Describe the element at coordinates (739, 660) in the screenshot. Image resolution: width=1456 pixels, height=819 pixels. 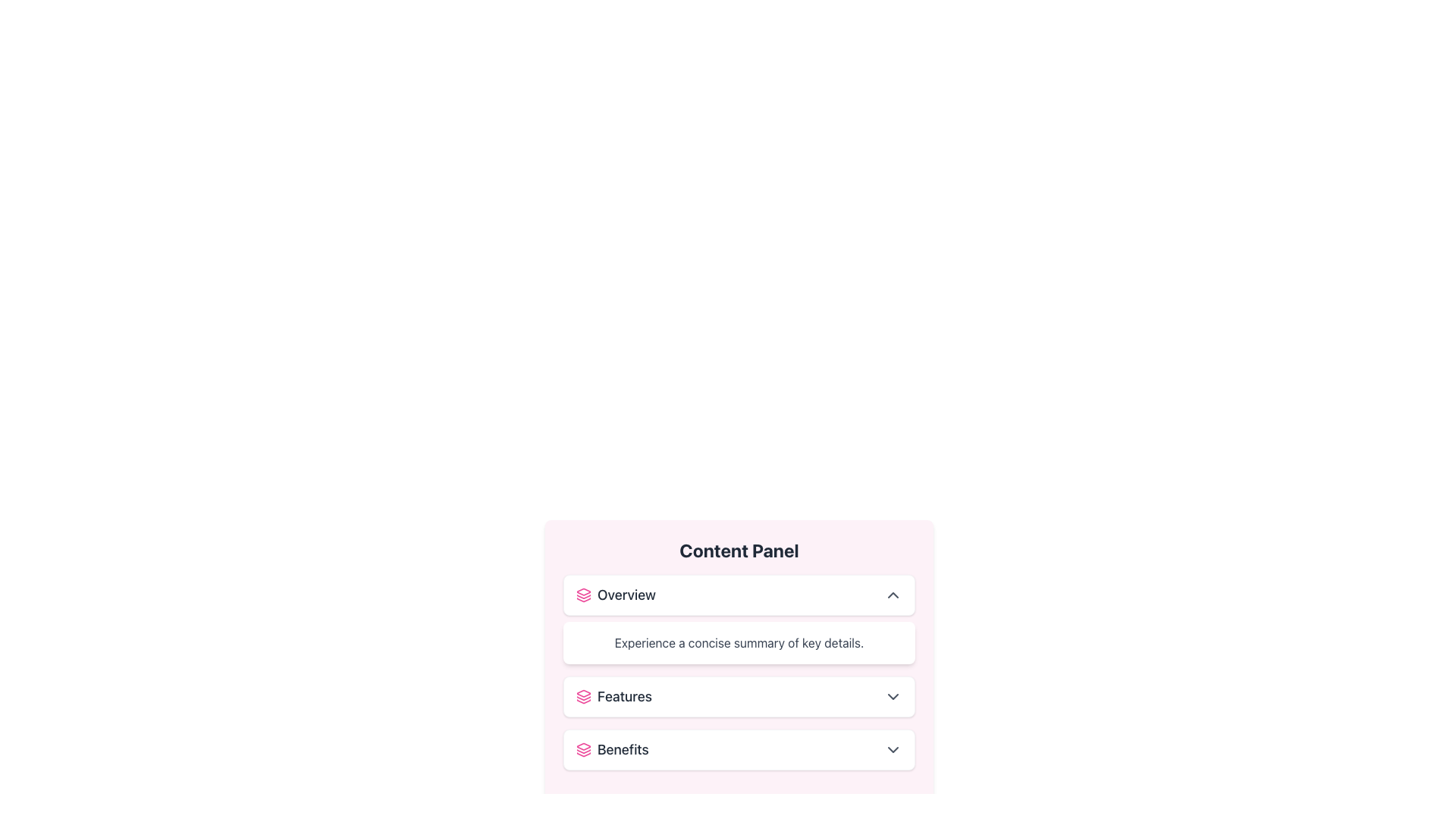
I see `the 'Content Panel' informational panel located at the center of the UI, which features rounded corners, a pink background, and includes sections labeled 'Overview', 'Features', and 'Benefits'` at that location.